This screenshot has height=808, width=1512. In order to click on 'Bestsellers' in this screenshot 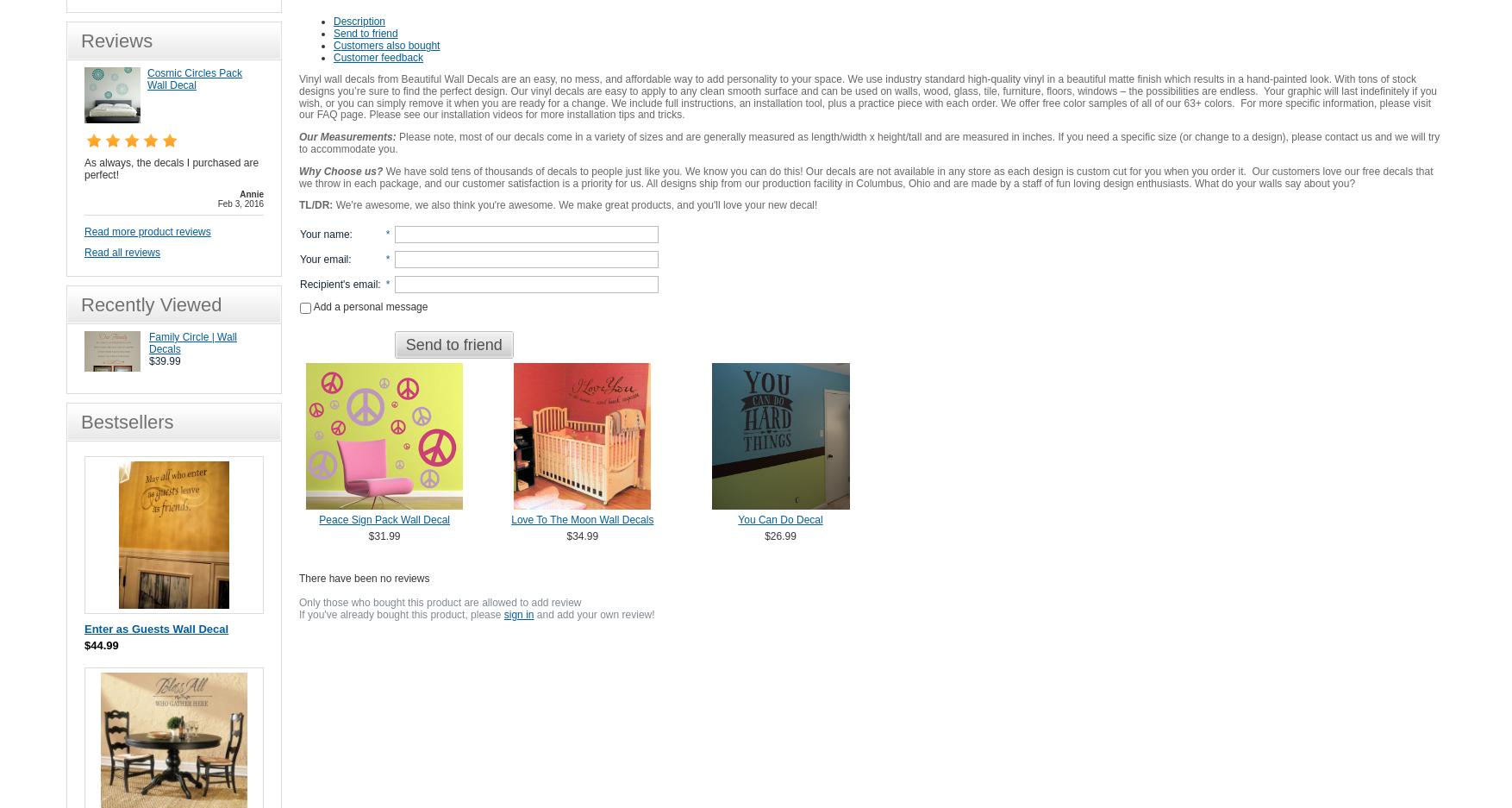, I will do `click(126, 422)`.